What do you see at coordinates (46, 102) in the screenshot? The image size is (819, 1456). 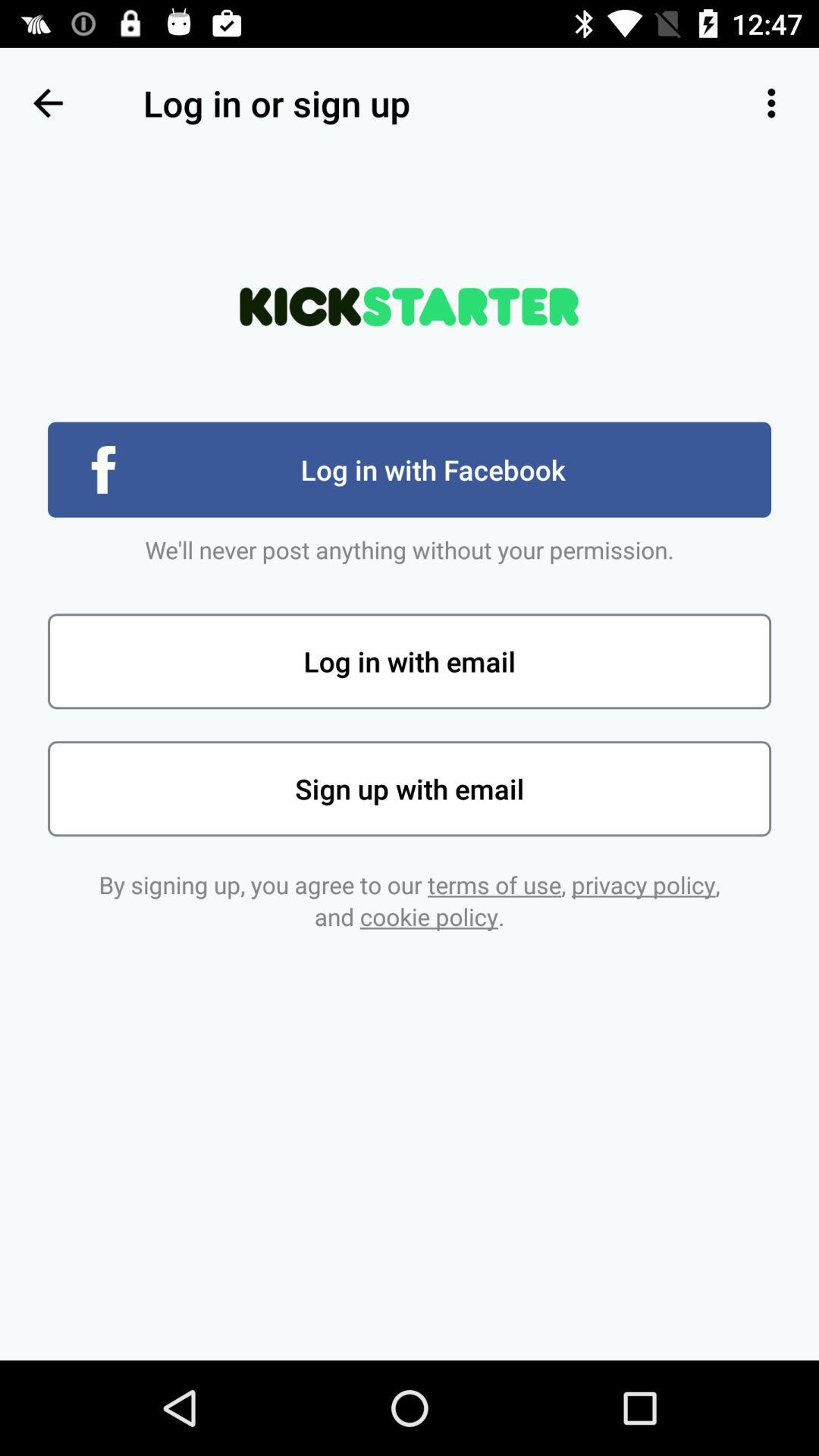 I see `item above log in with item` at bounding box center [46, 102].